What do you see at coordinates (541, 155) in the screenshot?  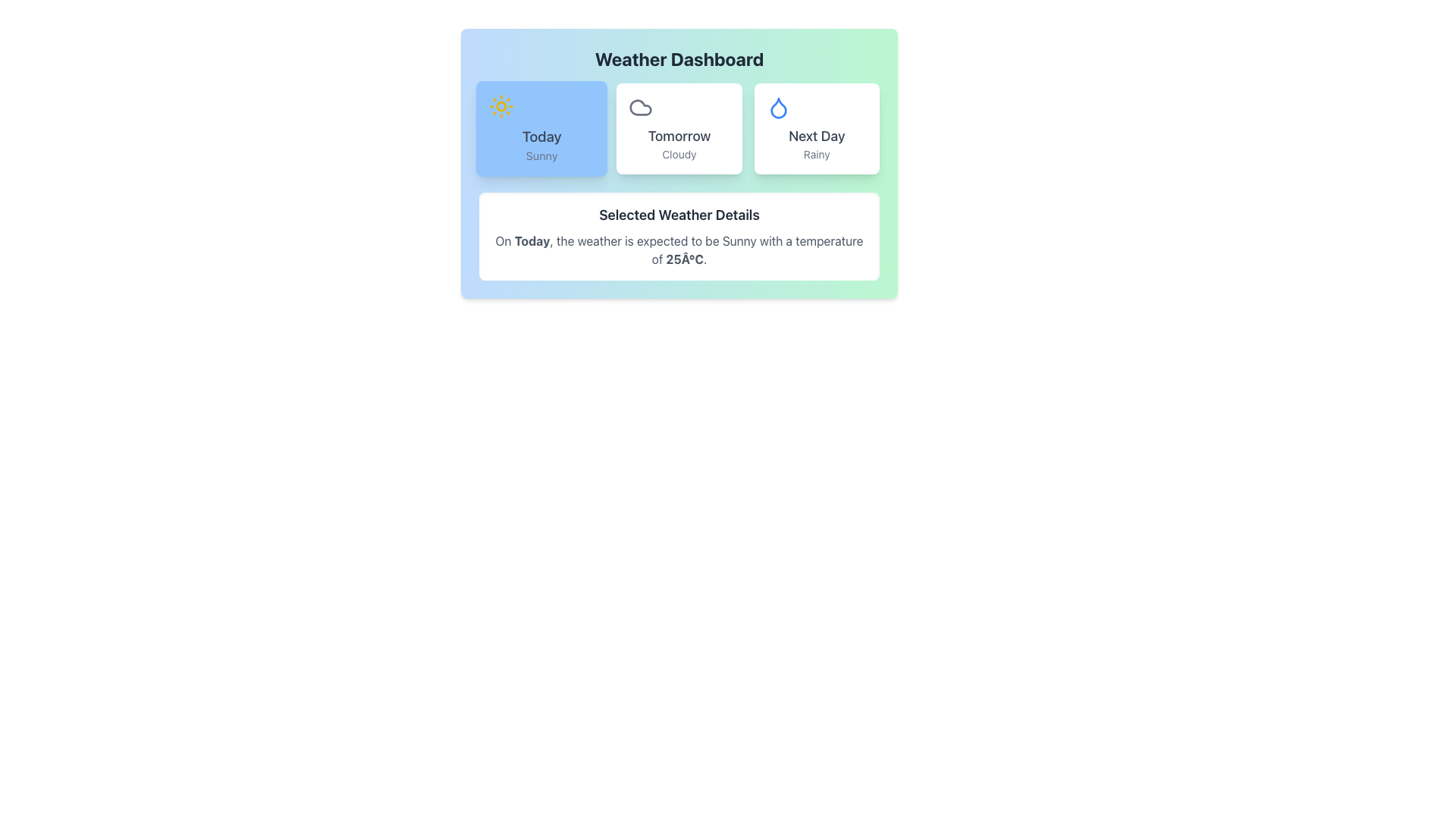 I see `the text label displaying the word 'Sunny', which is a smaller gray font positioned below the larger 'Today' text label in the first weather card` at bounding box center [541, 155].